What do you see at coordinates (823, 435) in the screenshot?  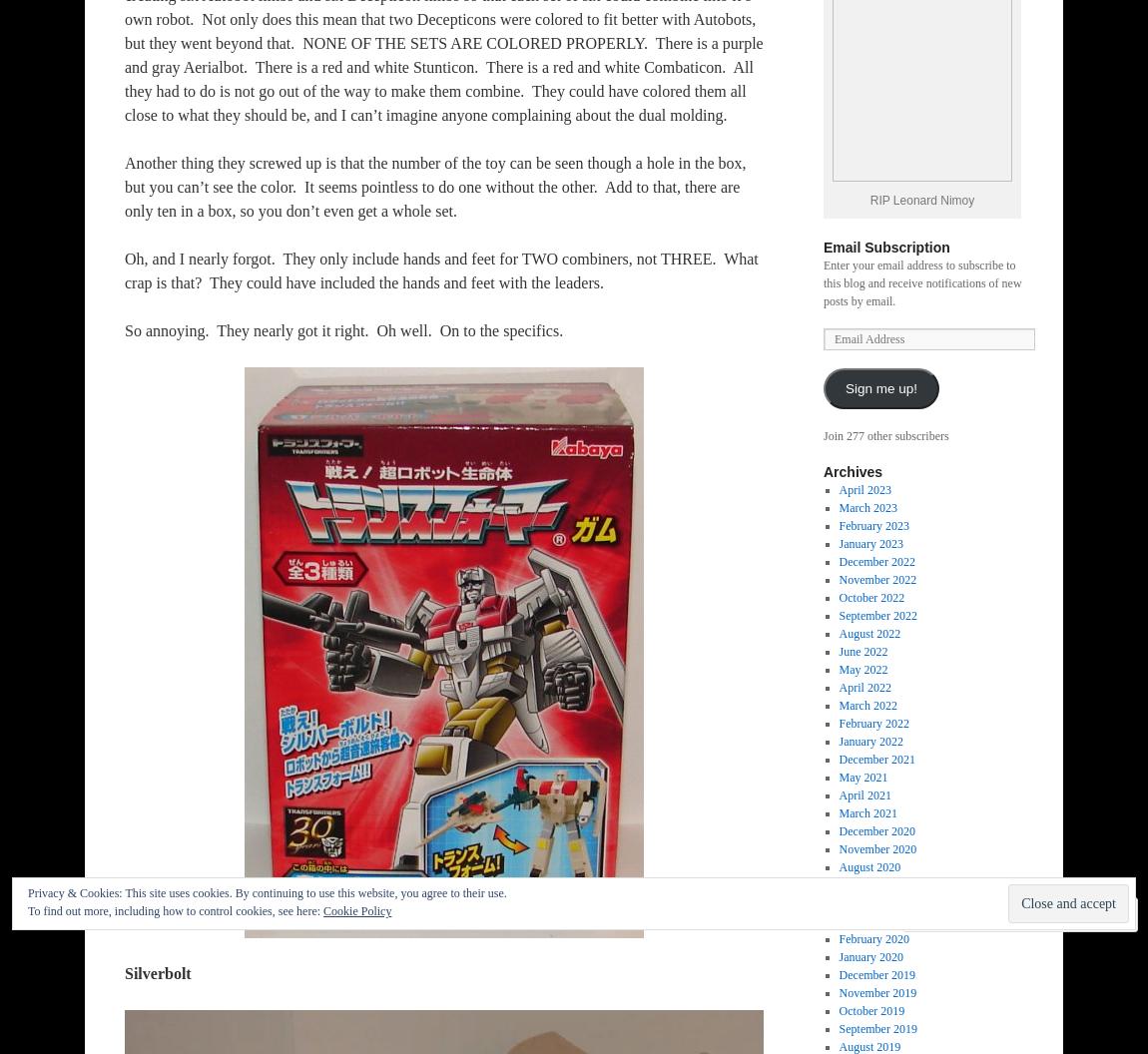 I see `'Join 277 other subscribers'` at bounding box center [823, 435].